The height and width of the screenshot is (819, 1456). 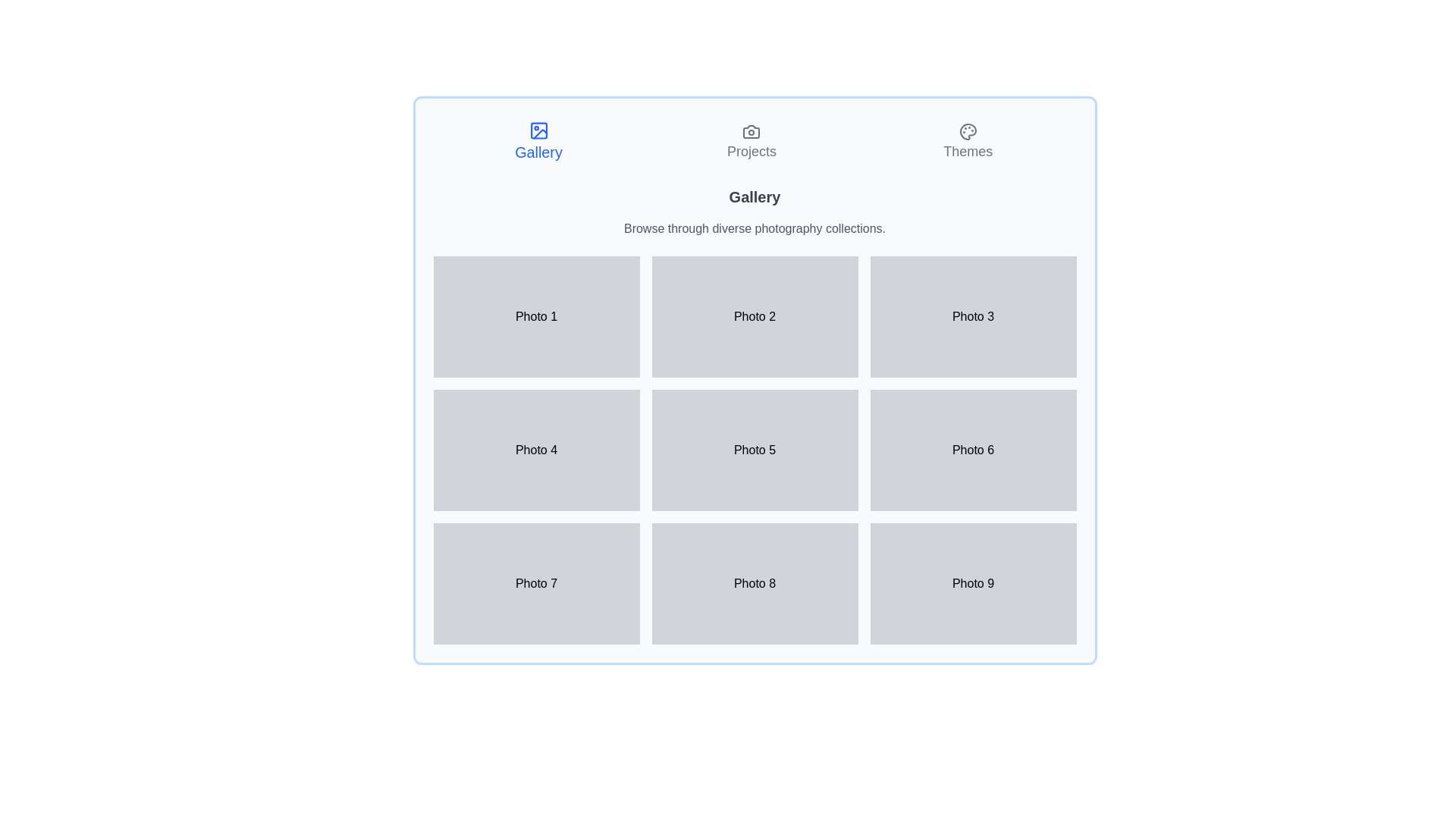 I want to click on the 'Gallery' button located at the leftmost side of the navigation menu, so click(x=538, y=143).